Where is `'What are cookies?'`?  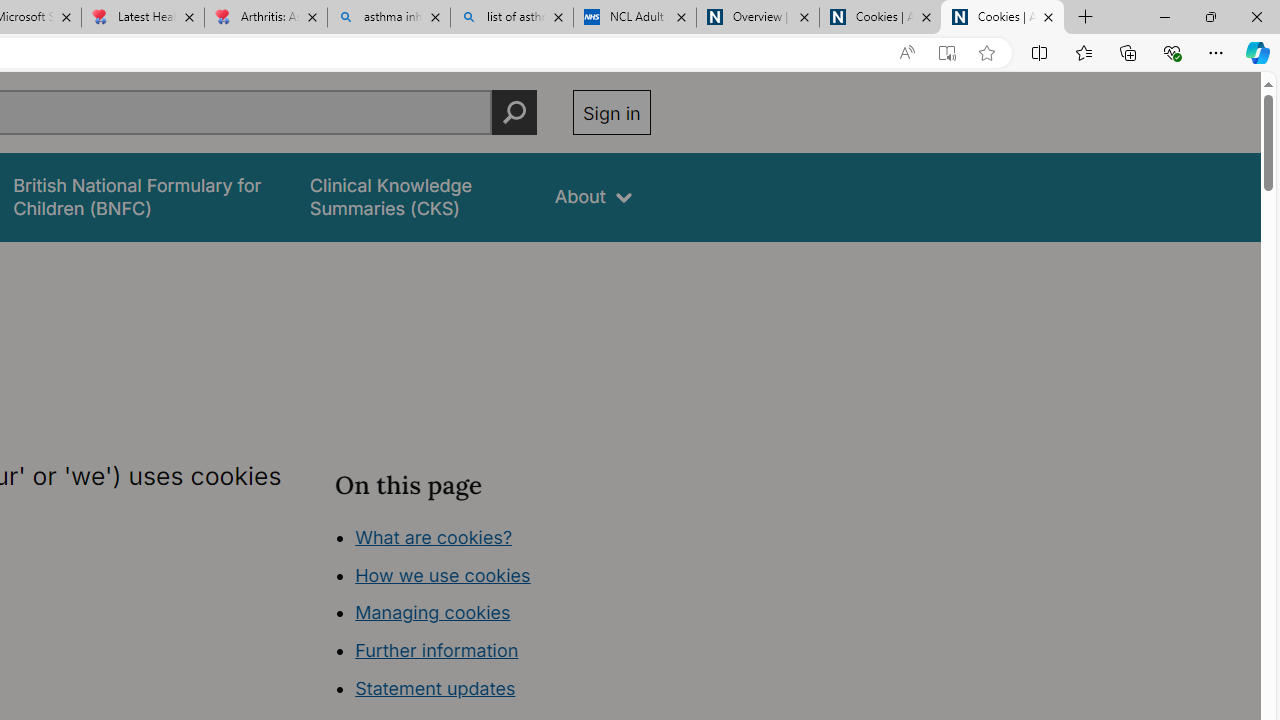 'What are cookies?' is located at coordinates (432, 536).